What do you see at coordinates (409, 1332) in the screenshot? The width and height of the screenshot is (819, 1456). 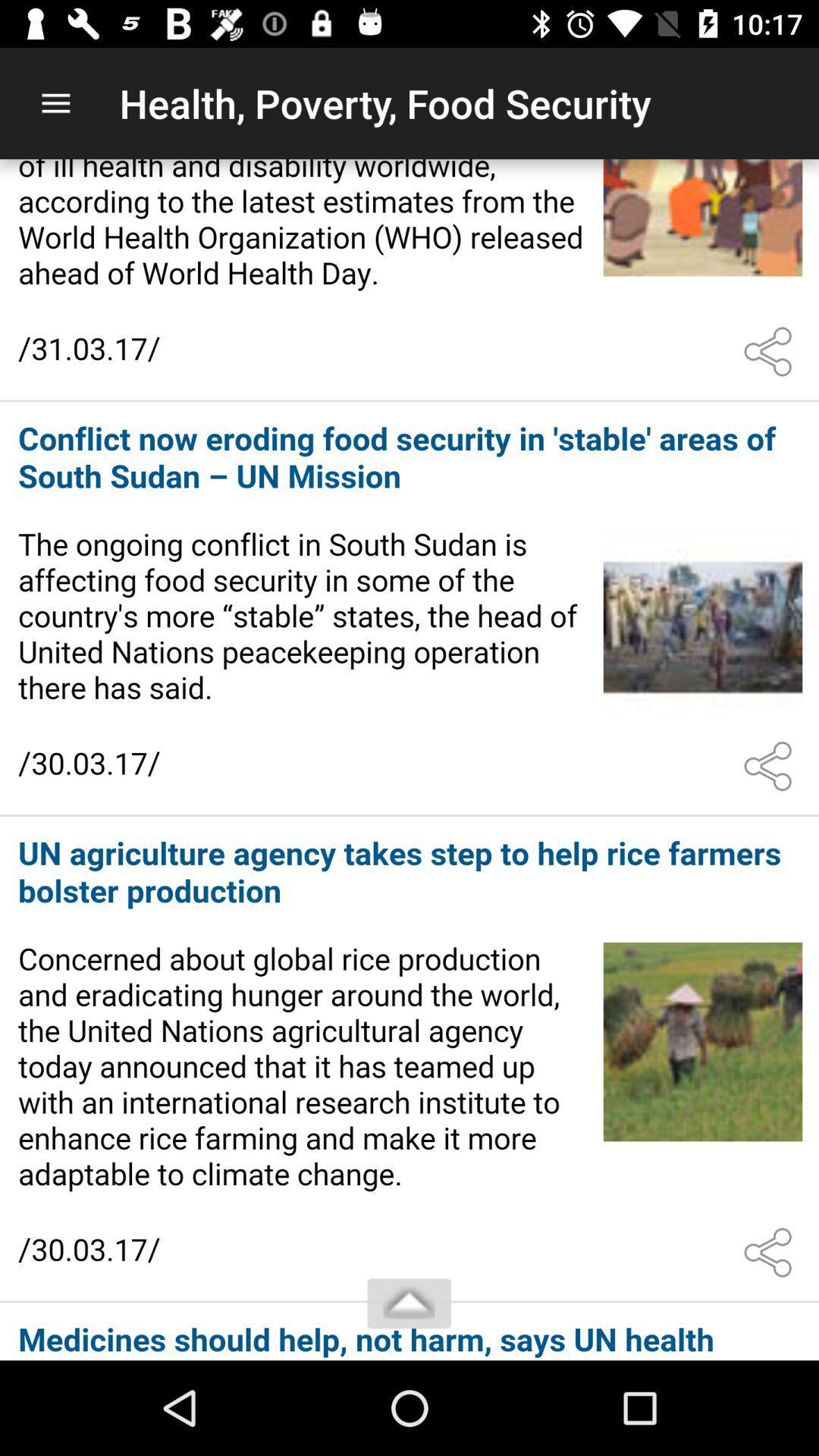 I see `the adversitement` at bounding box center [409, 1332].